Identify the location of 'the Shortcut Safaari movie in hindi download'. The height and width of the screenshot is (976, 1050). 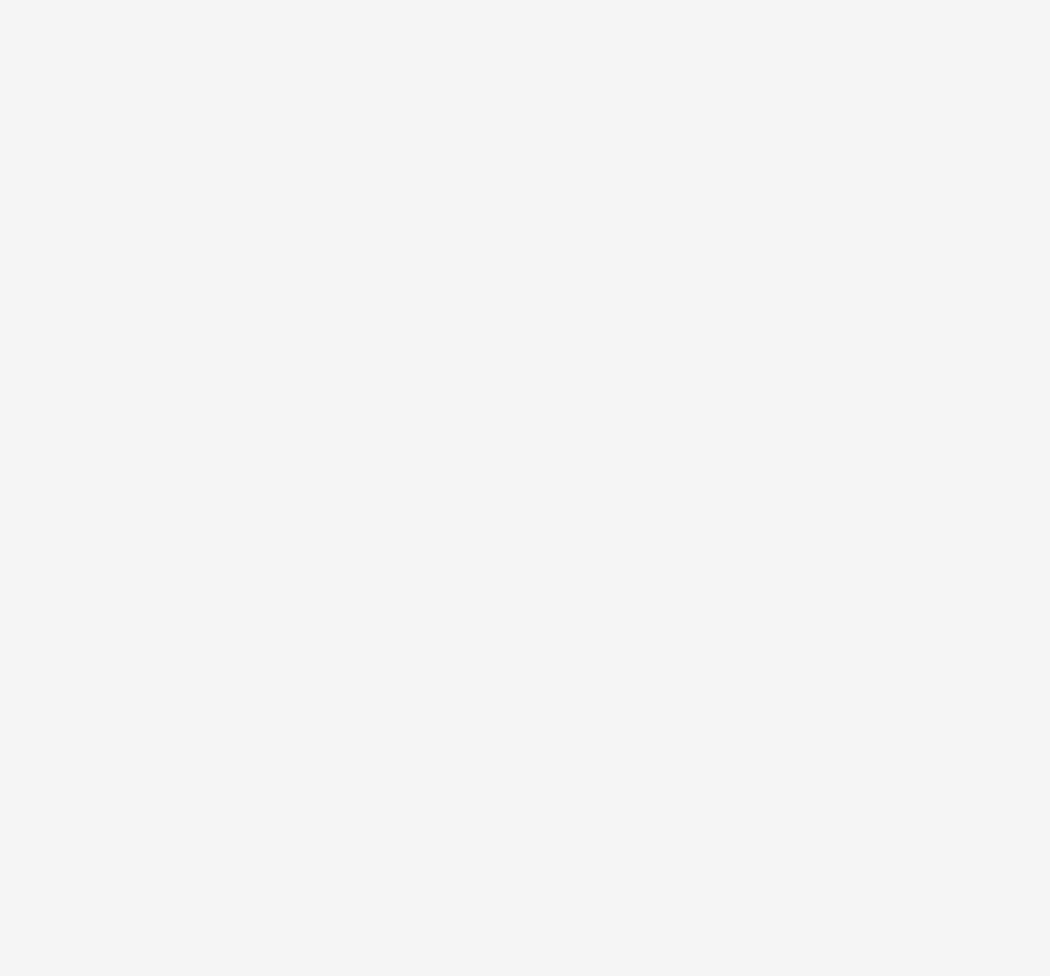
(349, 923).